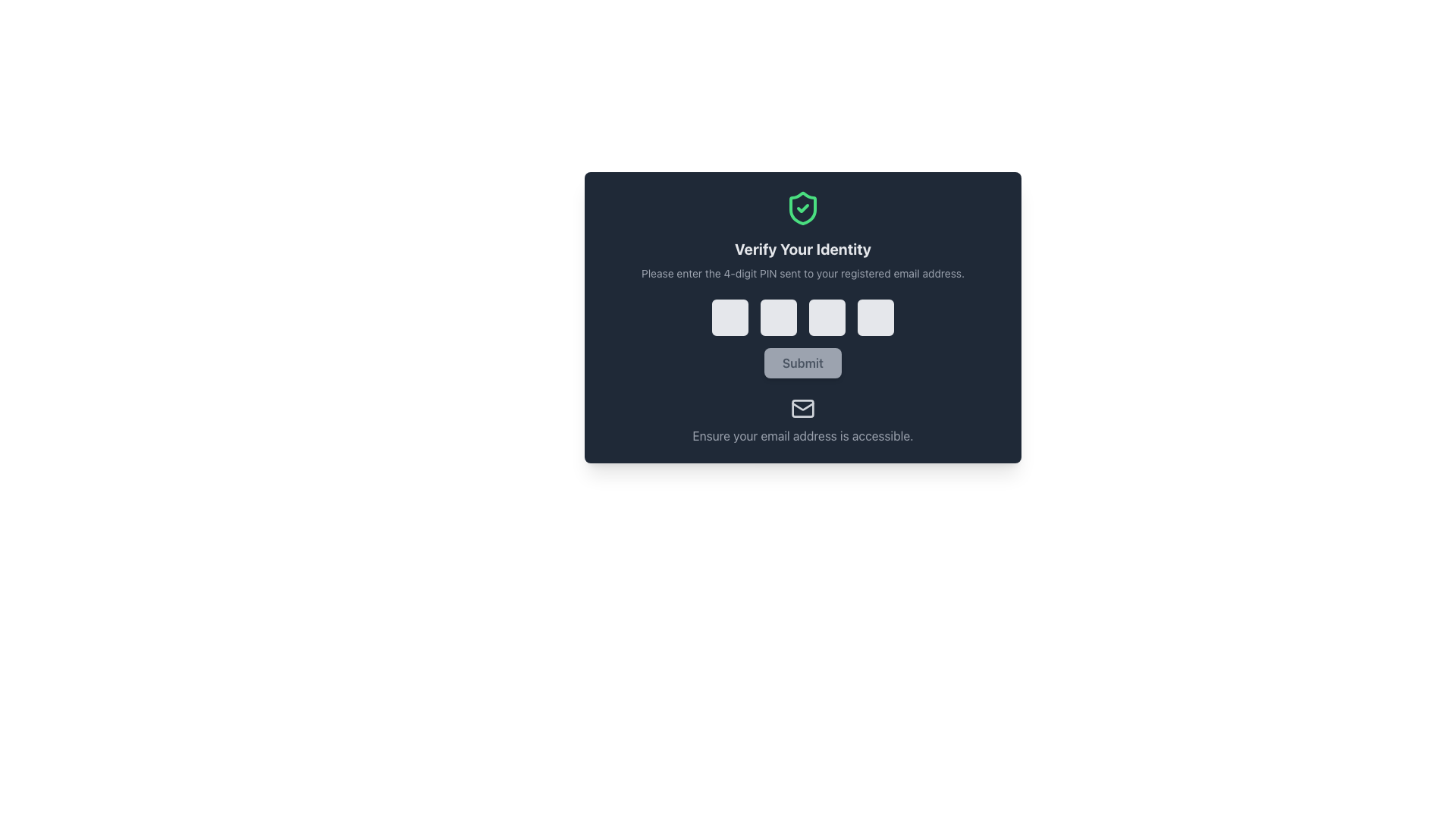  I want to click on the second input box for entering a single numerical digit, so click(779, 317).